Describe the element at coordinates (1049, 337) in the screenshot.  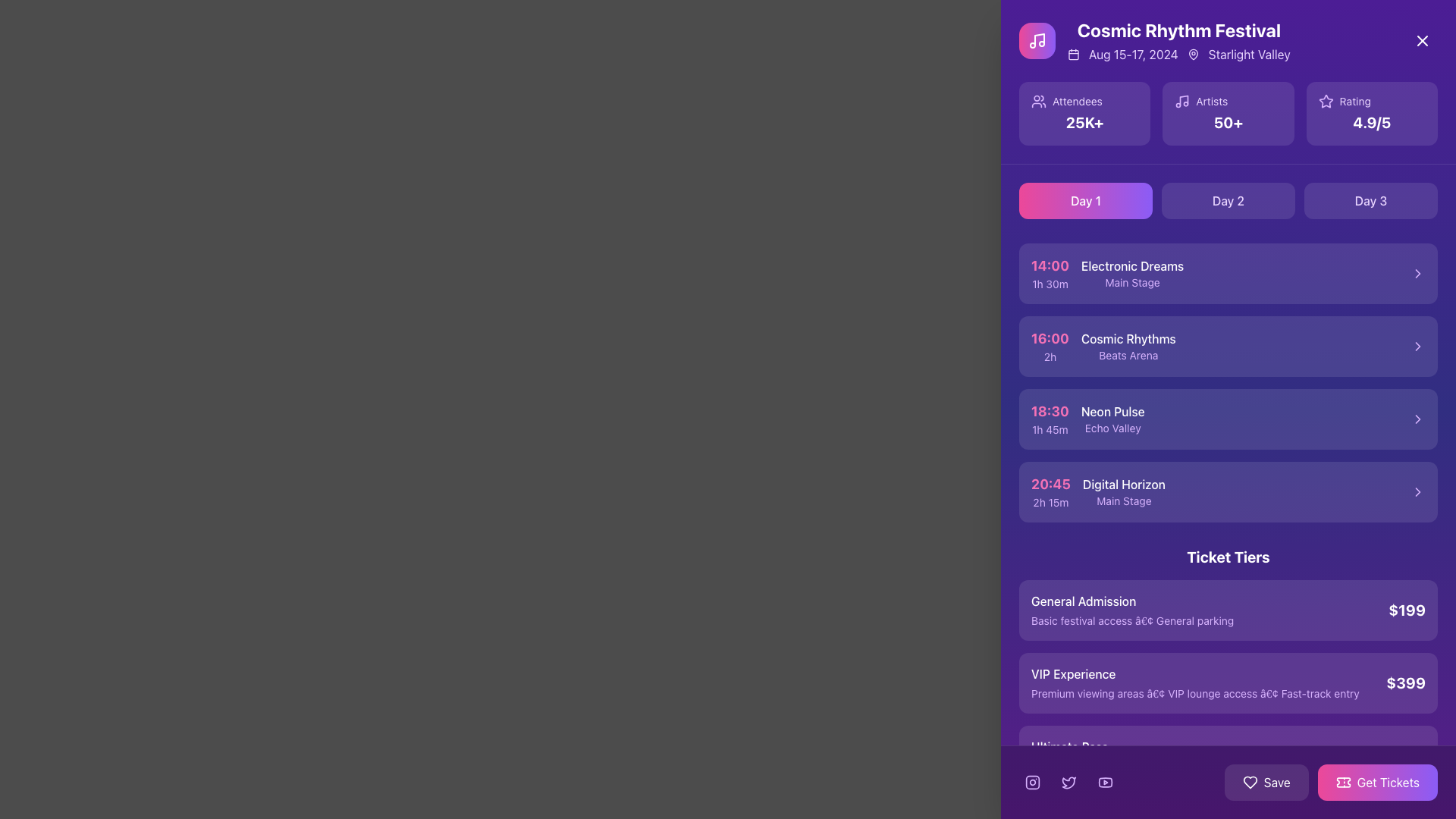
I see `time displayed on the text label indicating the start time of the 'Cosmic Rhythms' performance, which is located in the middle of the event list for the music festival` at that location.